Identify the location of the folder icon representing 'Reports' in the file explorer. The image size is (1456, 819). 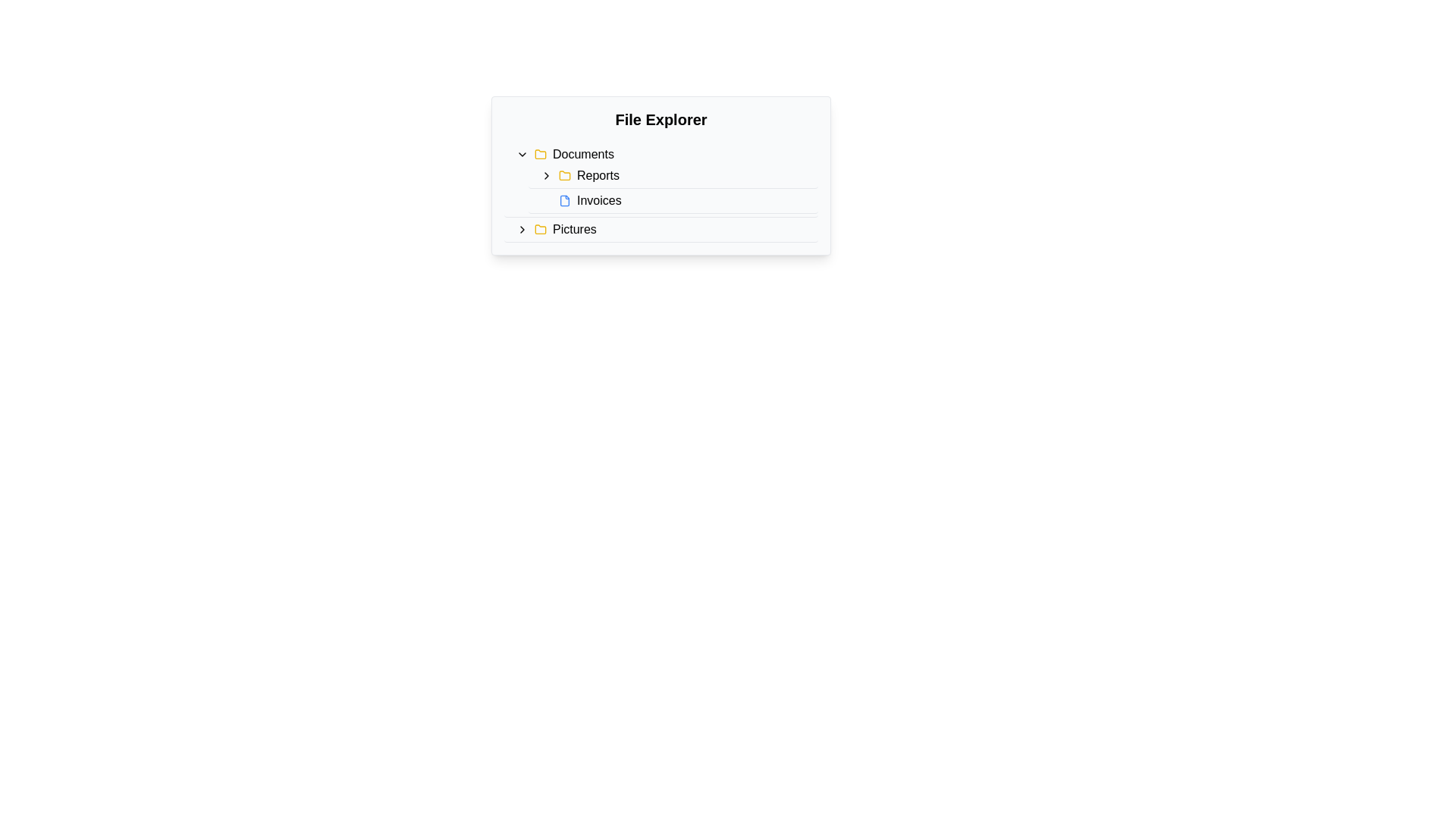
(563, 174).